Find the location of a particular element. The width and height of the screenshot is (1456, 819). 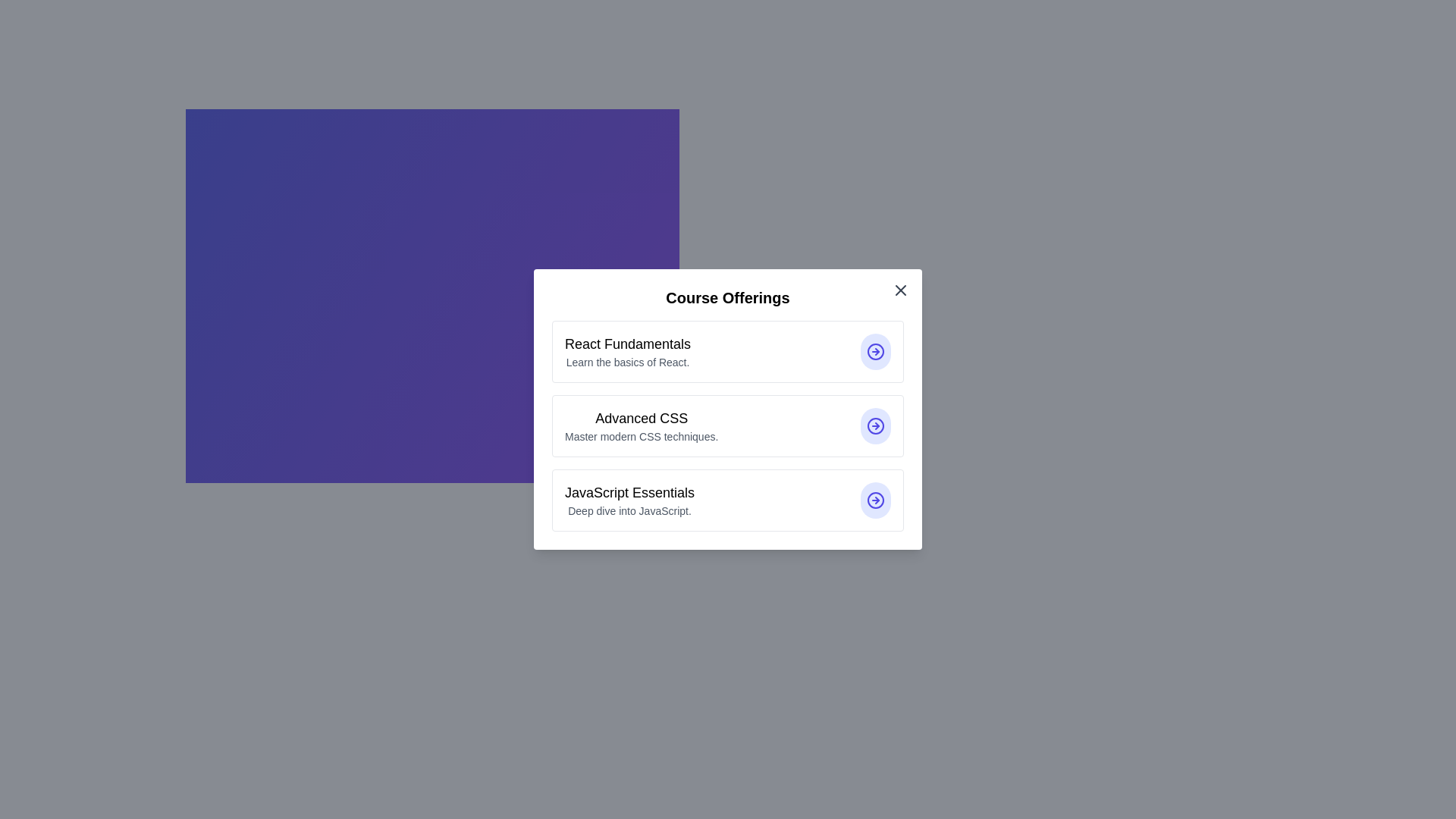

the circular button styled as a rightward-pointing arrow, located in the 'Advanced CSS' section of the 'Course Offerings' modal for keyboard navigation is located at coordinates (876, 426).